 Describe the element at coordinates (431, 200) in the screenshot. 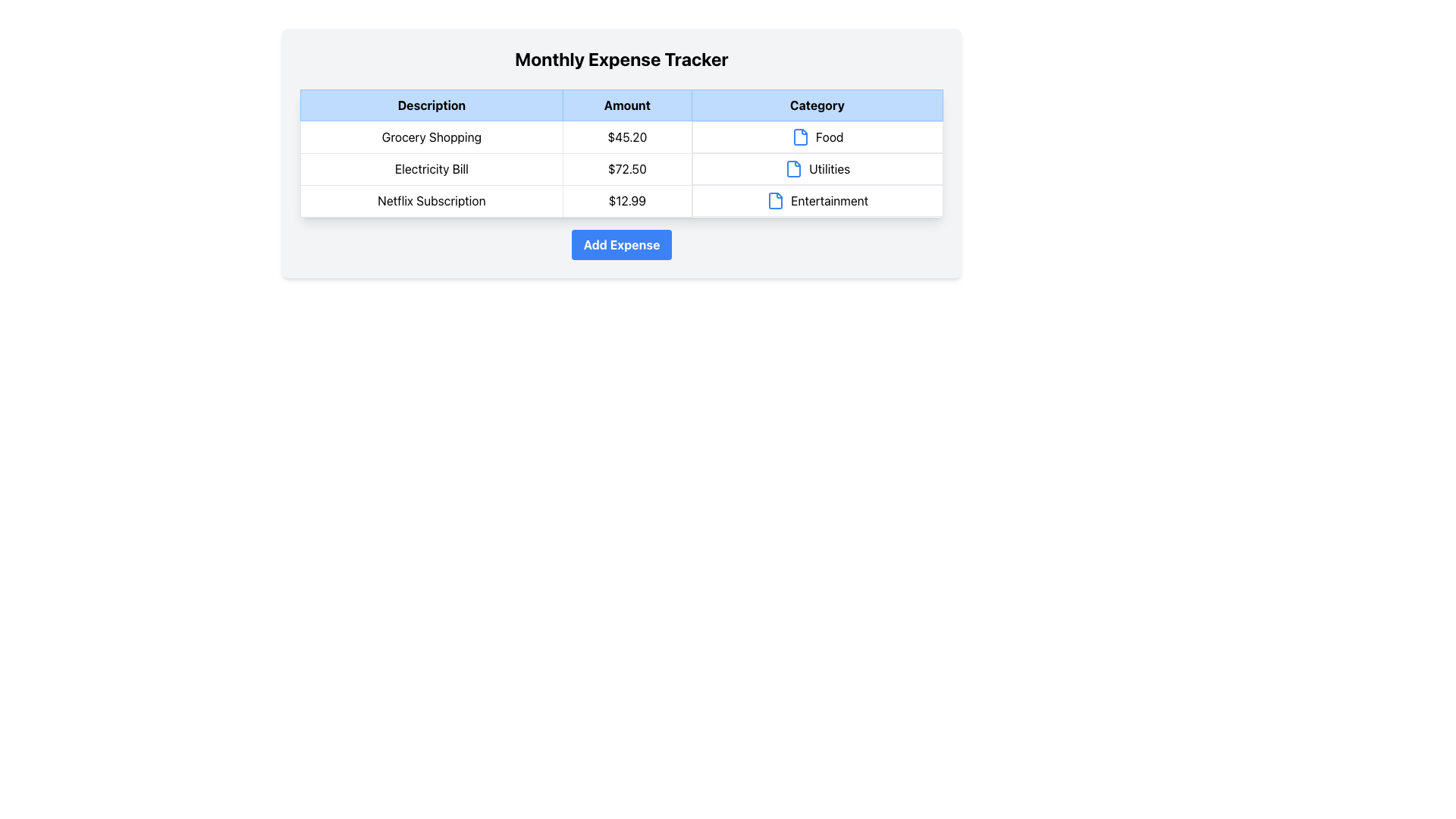

I see `the text label reading 'Netflix Subscription' which is located in the first column of the third row of a tabular layout` at that location.